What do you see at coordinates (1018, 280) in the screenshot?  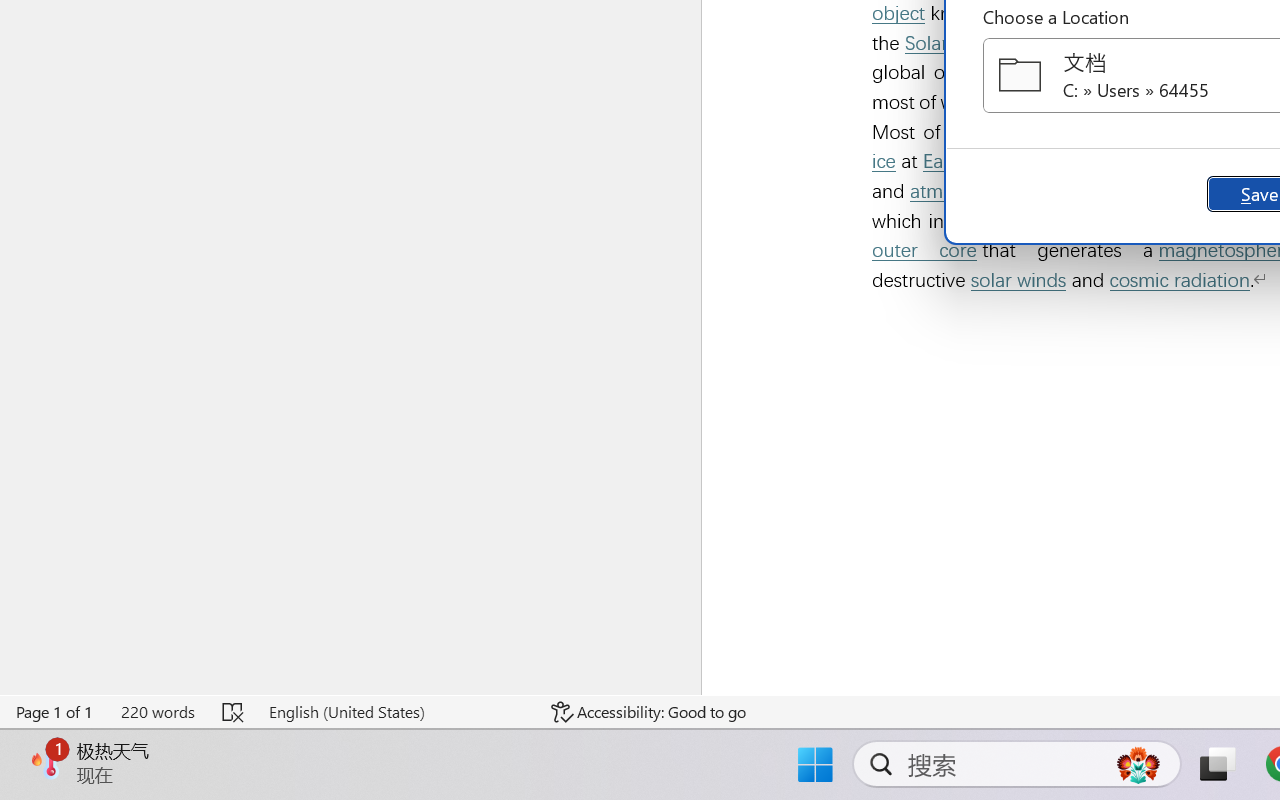 I see `'solar winds'` at bounding box center [1018, 280].